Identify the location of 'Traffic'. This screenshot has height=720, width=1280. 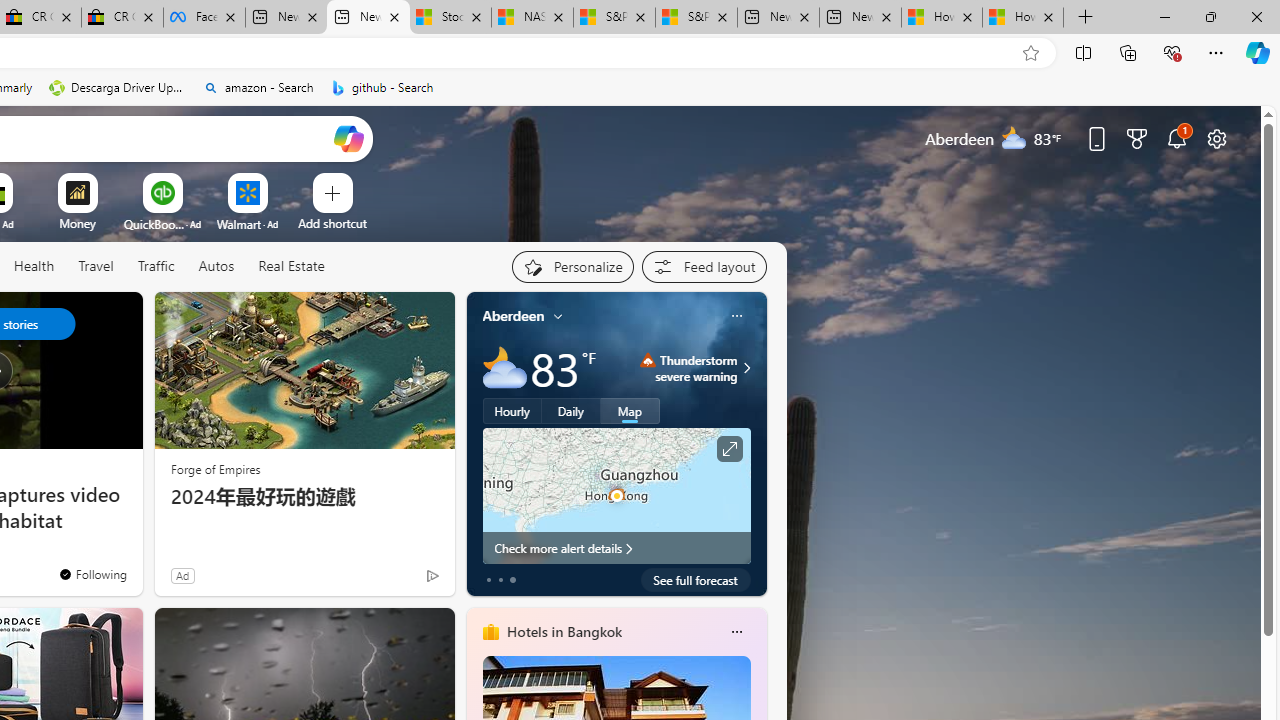
(154, 265).